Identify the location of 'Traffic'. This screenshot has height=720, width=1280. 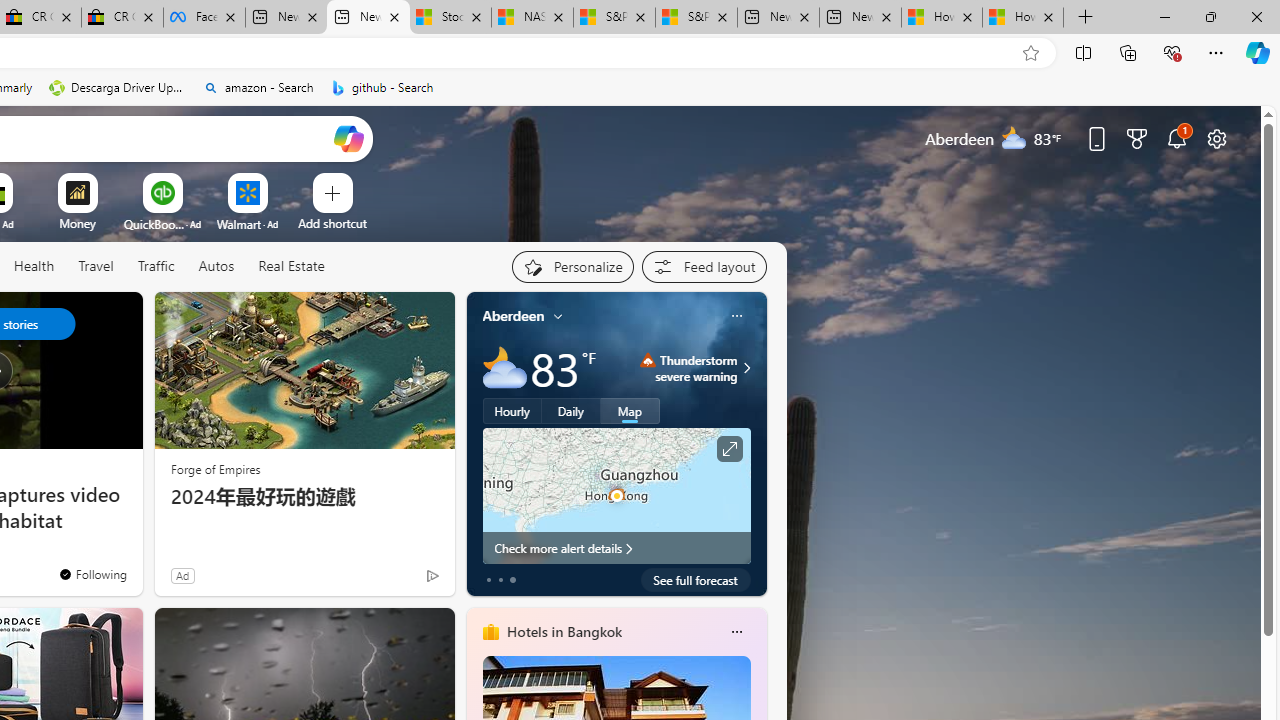
(154, 265).